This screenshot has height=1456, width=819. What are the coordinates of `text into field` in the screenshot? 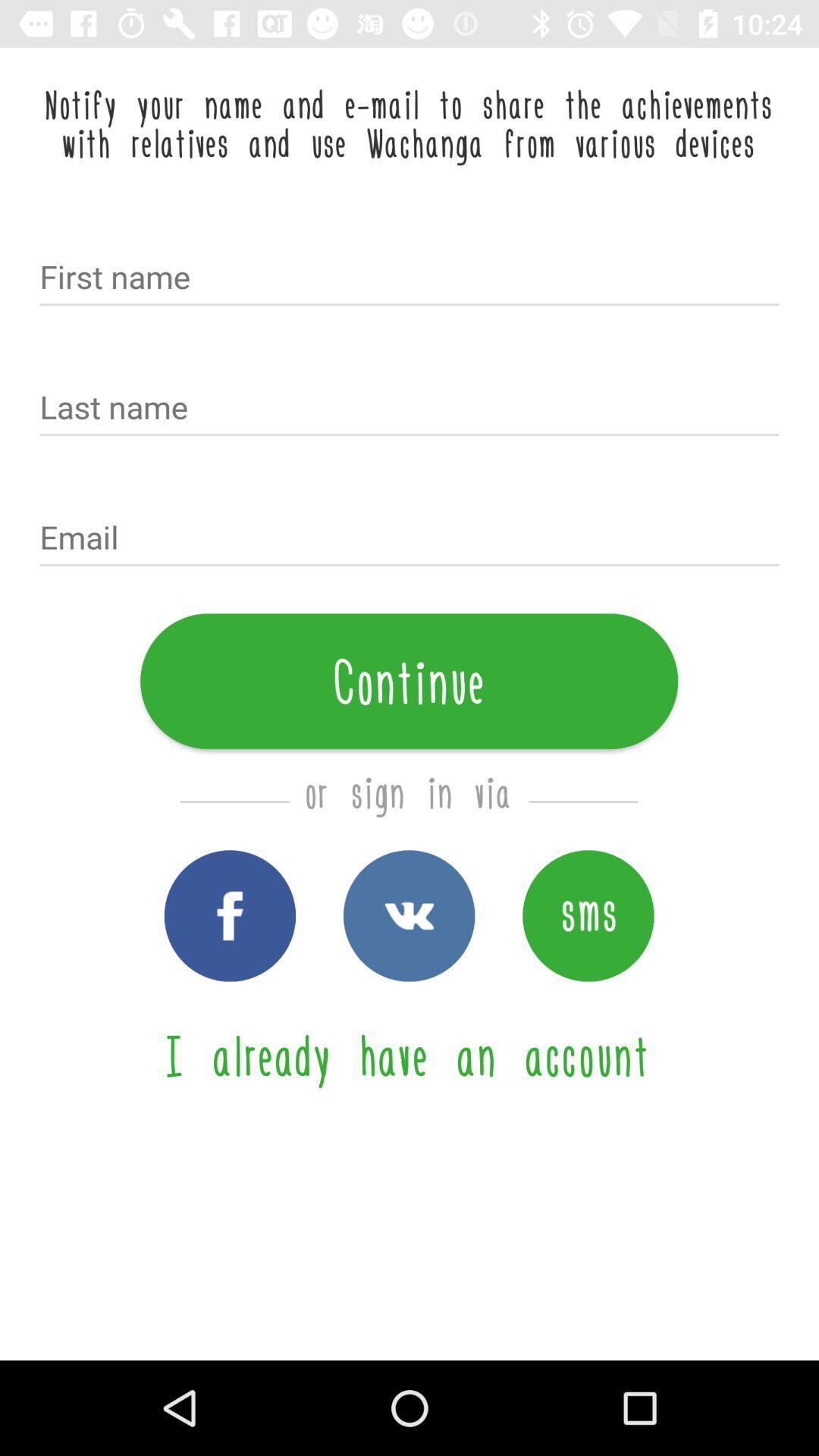 It's located at (409, 278).